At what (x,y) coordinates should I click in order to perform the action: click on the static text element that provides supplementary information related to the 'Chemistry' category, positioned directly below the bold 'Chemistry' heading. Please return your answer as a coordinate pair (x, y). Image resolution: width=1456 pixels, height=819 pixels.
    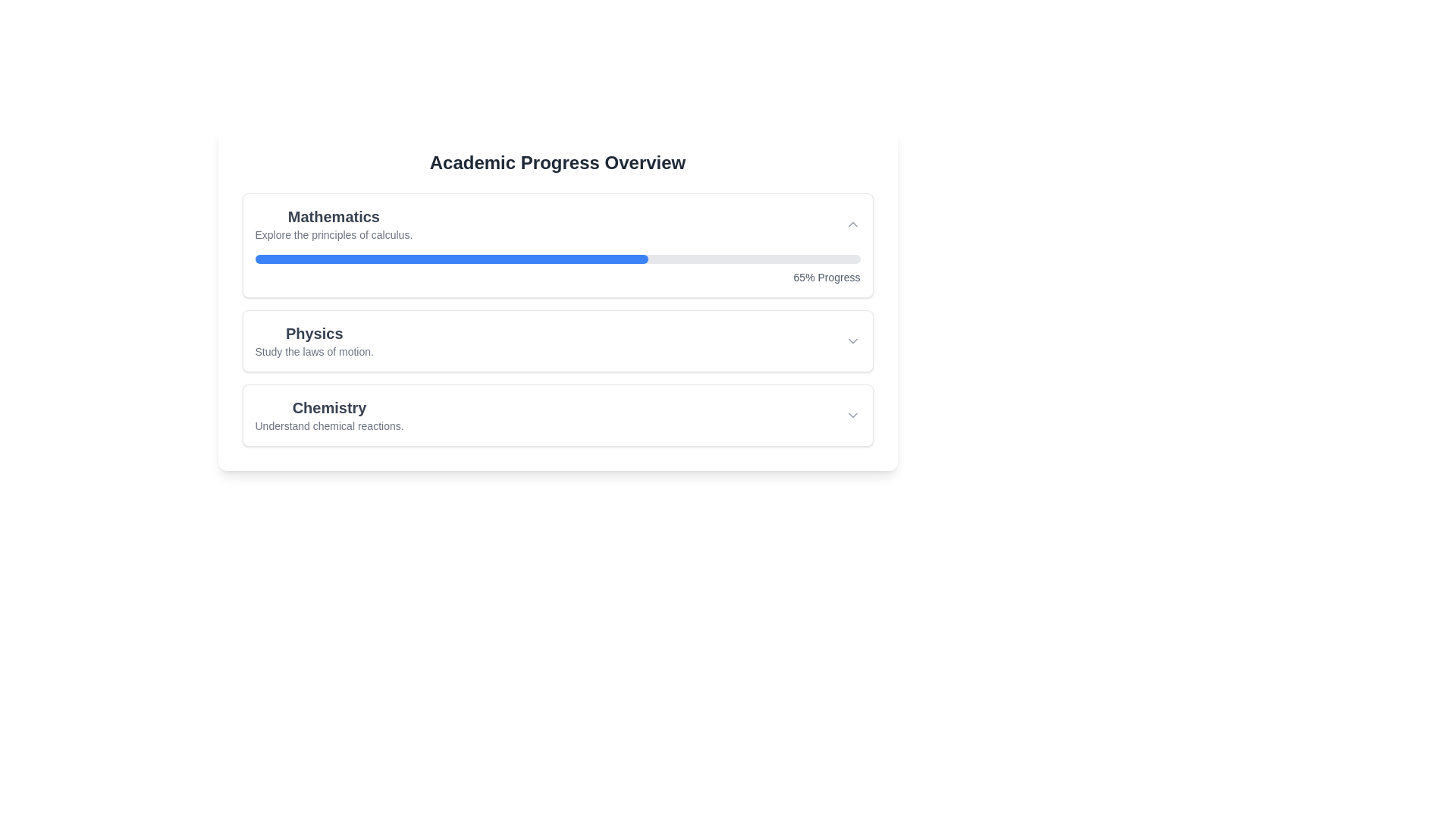
    Looking at the image, I should click on (328, 426).